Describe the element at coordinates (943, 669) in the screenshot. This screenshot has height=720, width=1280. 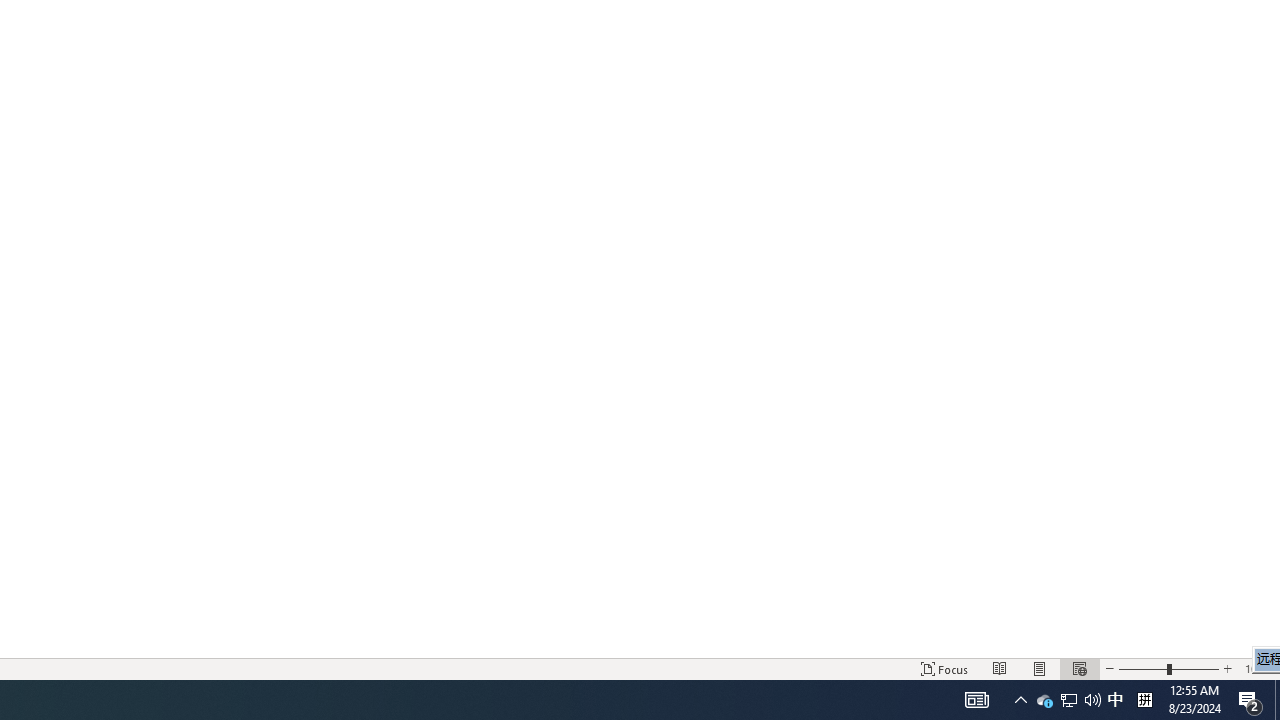
I see `'Focus '` at that location.